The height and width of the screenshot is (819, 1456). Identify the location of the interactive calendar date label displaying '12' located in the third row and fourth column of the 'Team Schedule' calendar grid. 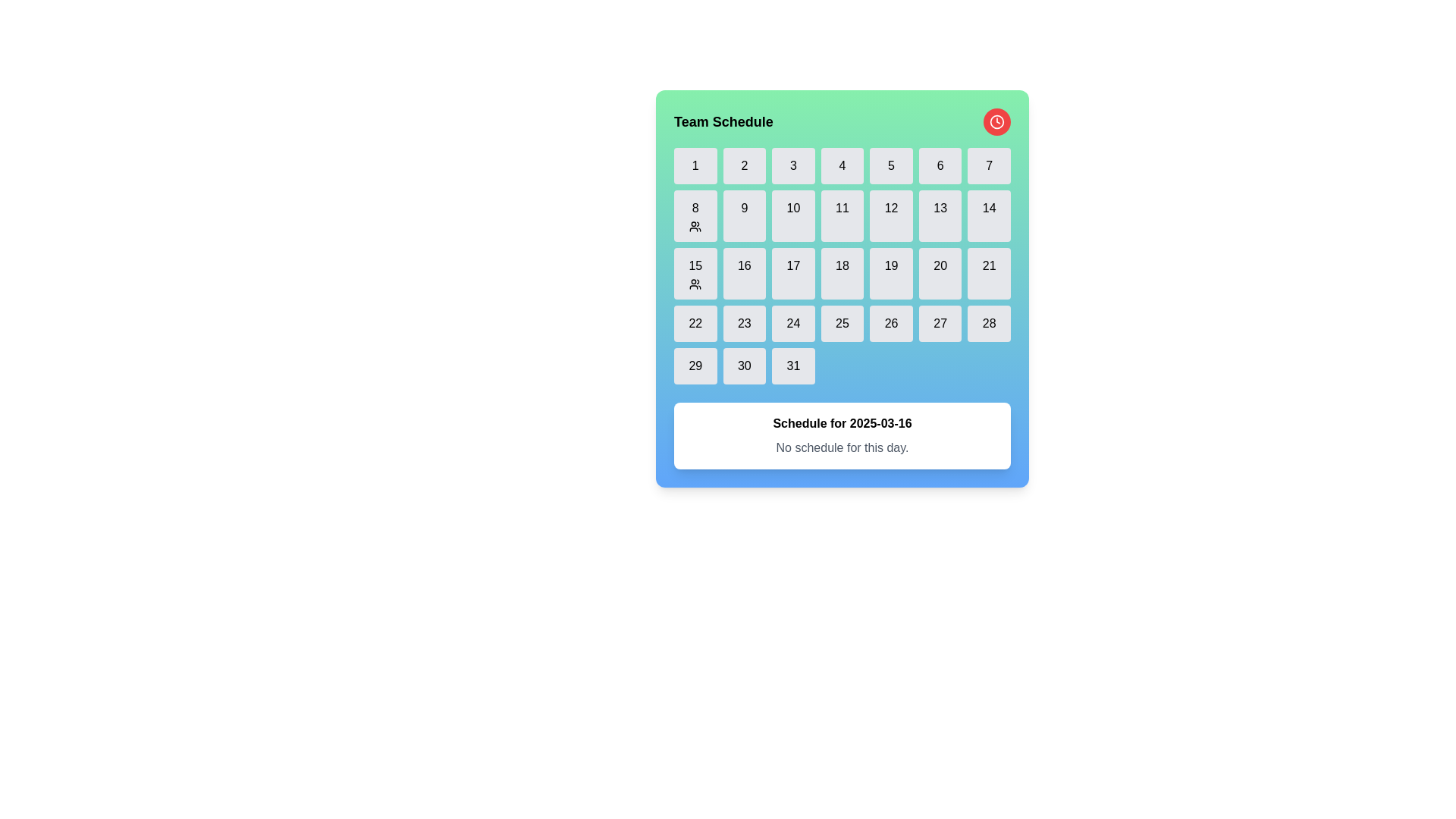
(891, 208).